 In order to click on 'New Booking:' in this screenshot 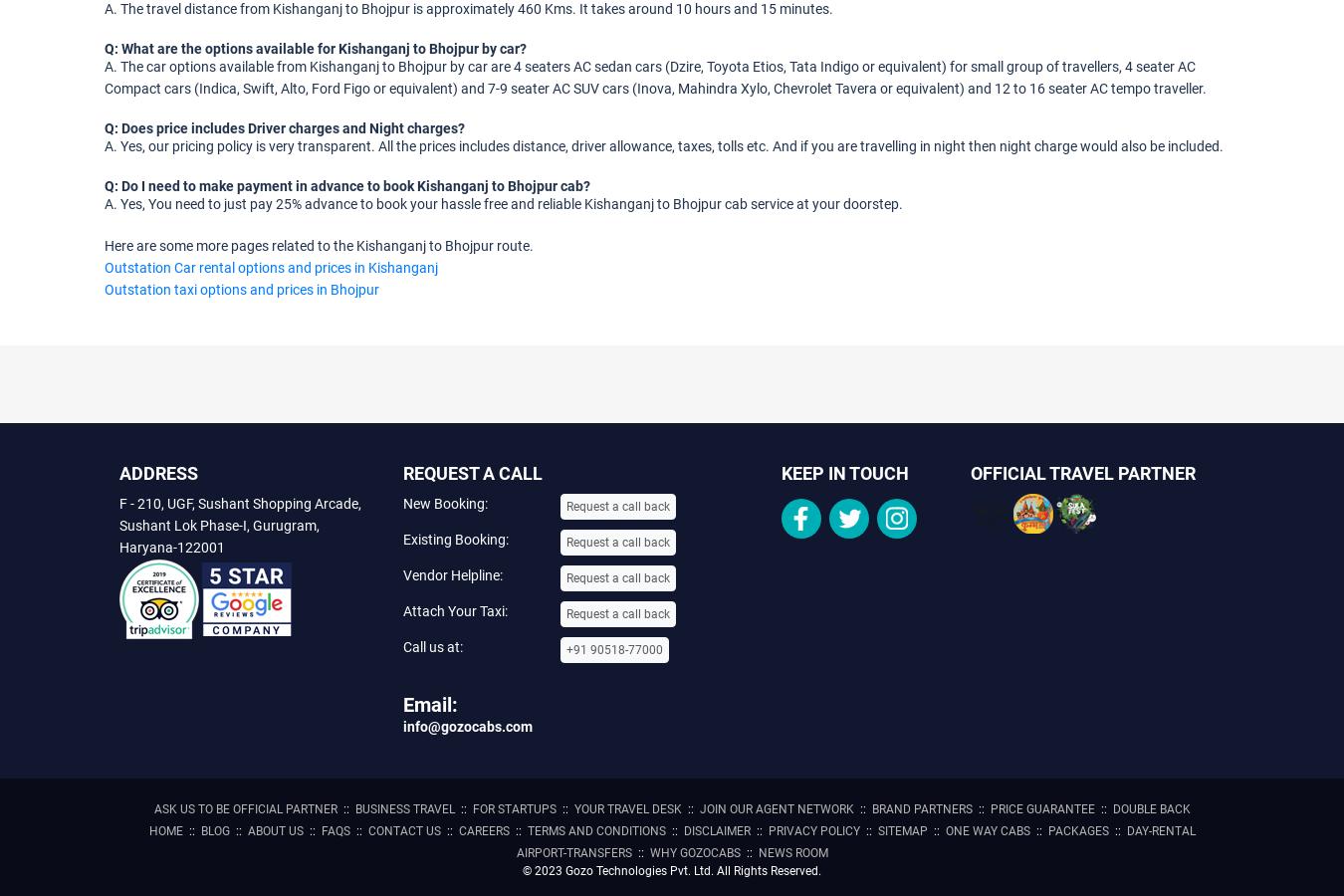, I will do `click(445, 502)`.